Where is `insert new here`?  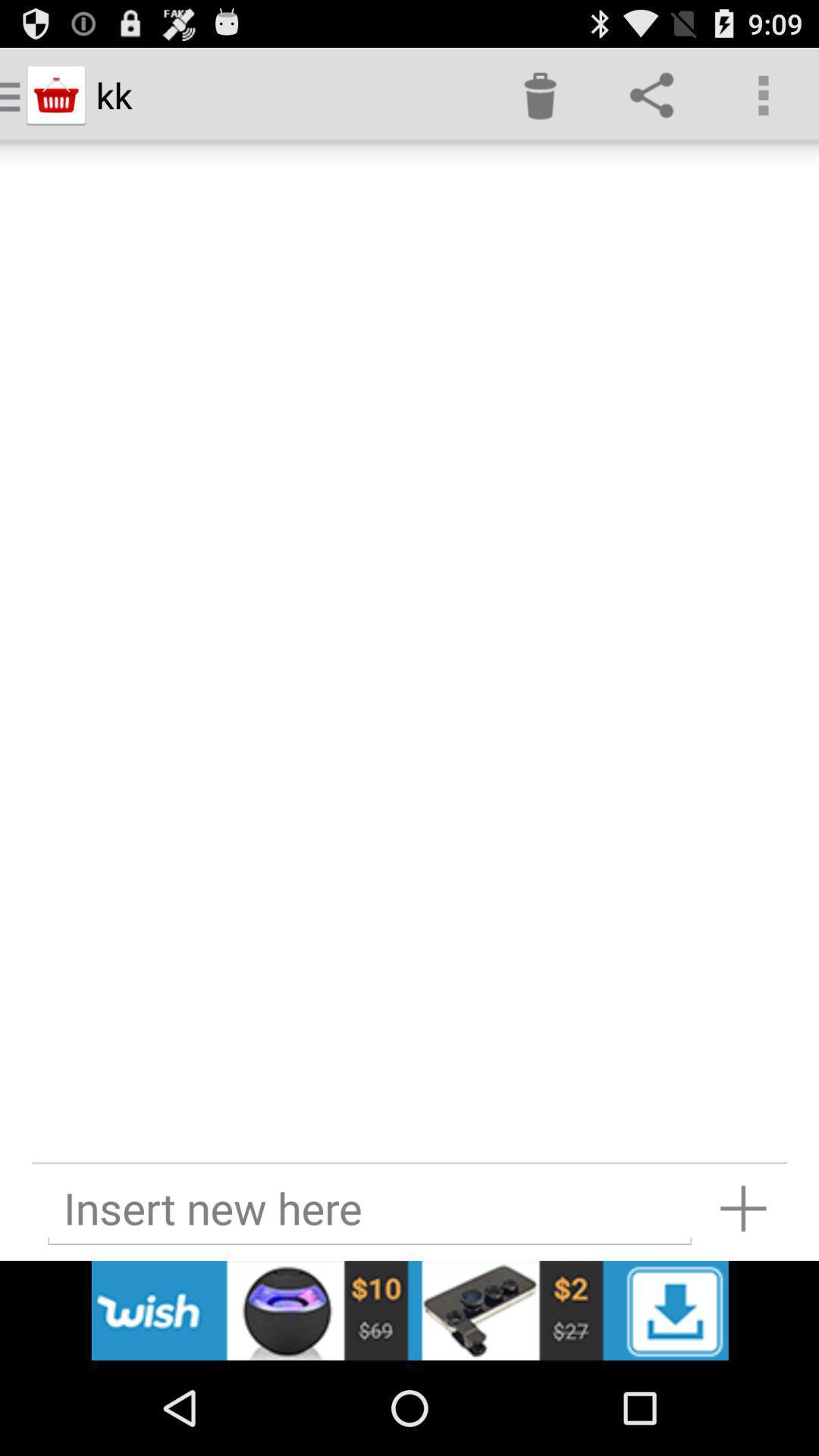 insert new here is located at coordinates (369, 1207).